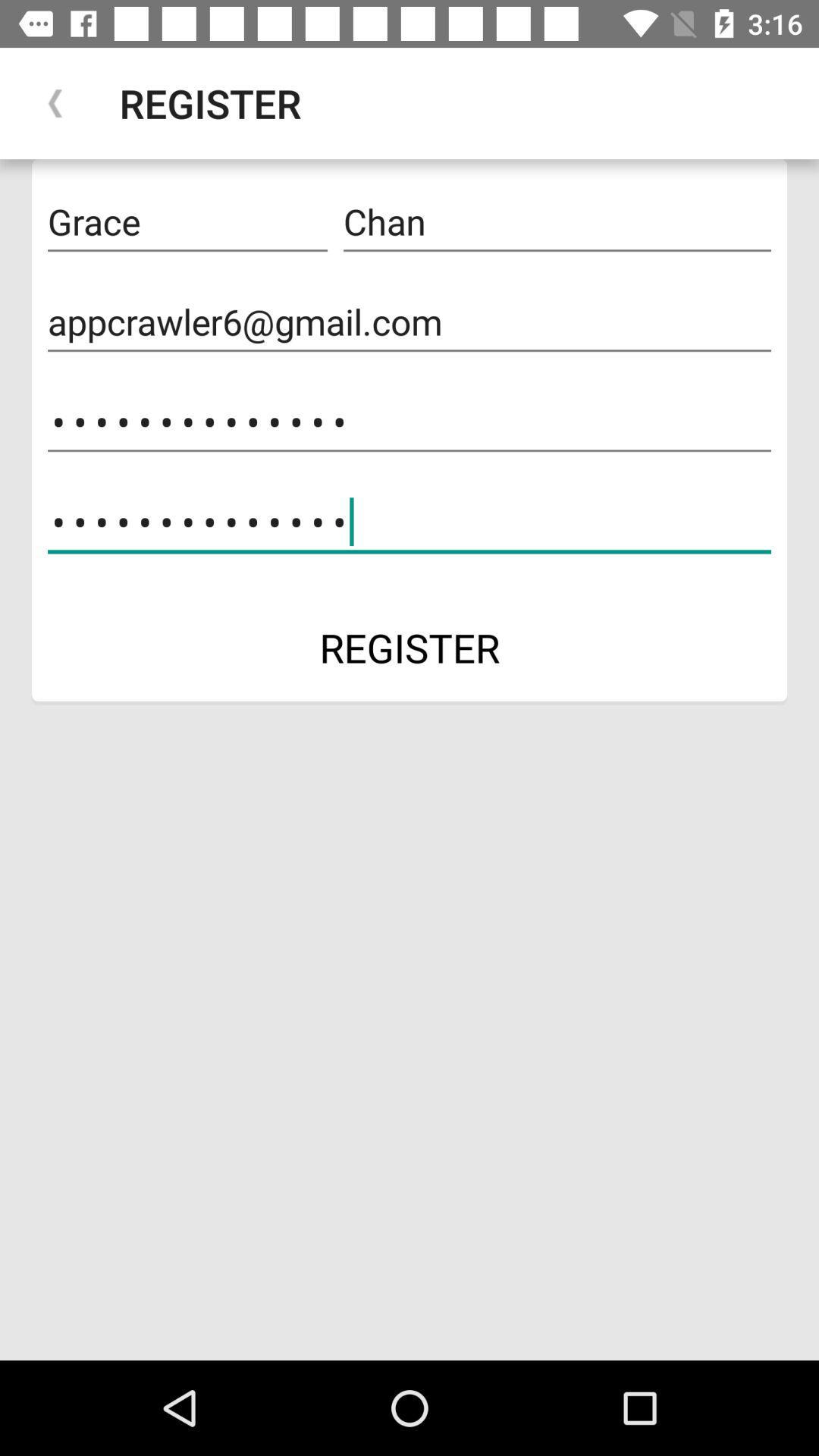  Describe the element at coordinates (55, 102) in the screenshot. I see `app next to register` at that location.